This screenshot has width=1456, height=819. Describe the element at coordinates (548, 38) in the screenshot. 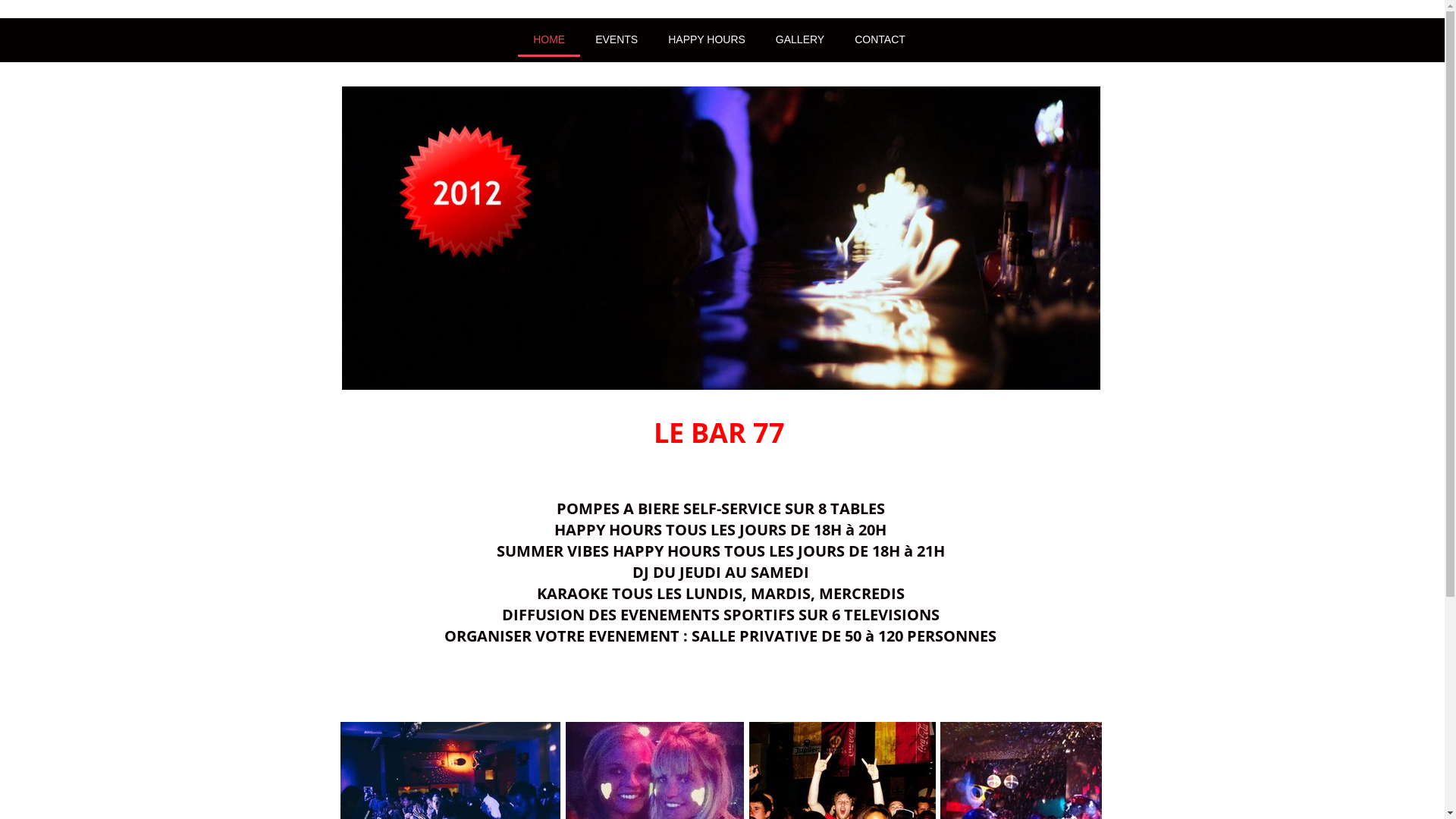

I see `'HOME'` at that location.